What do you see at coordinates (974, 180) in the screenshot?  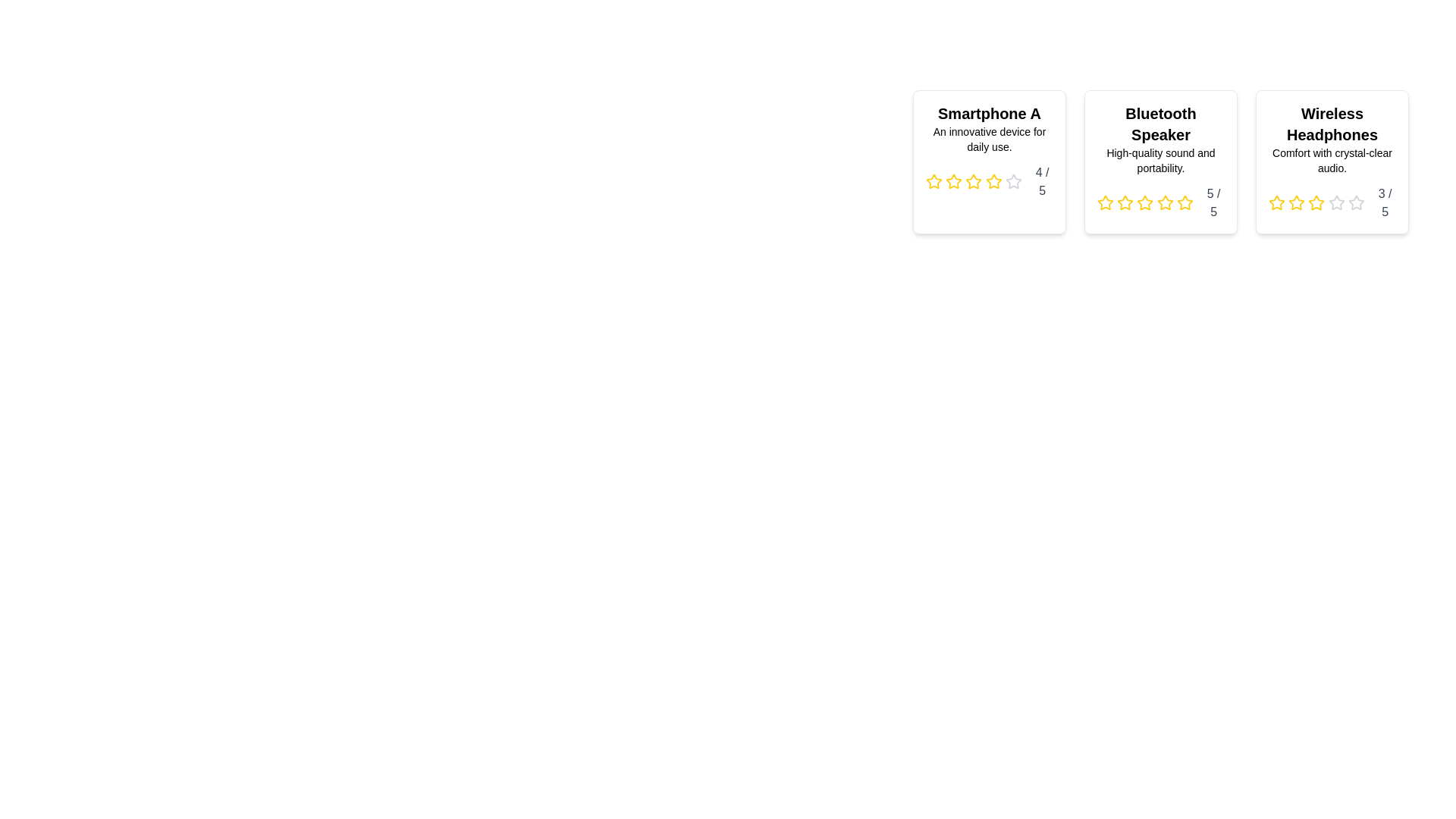 I see `the star corresponding to the desired rating of 3 for the product` at bounding box center [974, 180].